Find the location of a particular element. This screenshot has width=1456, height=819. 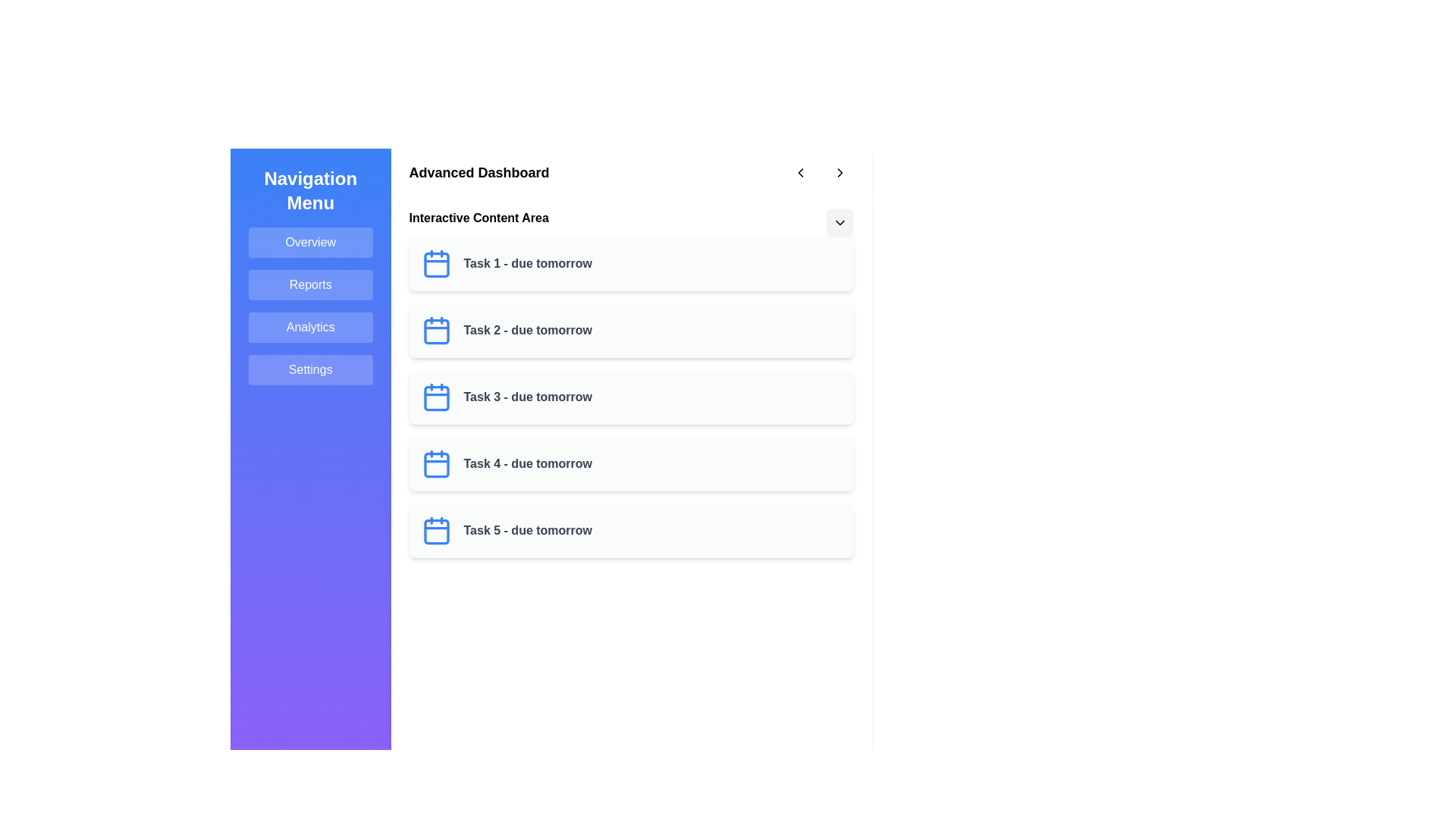

the rightward-pointing chevron arrow located in the top right section of the main content area next to the header of the 'Advanced Dashboard' is located at coordinates (839, 171).